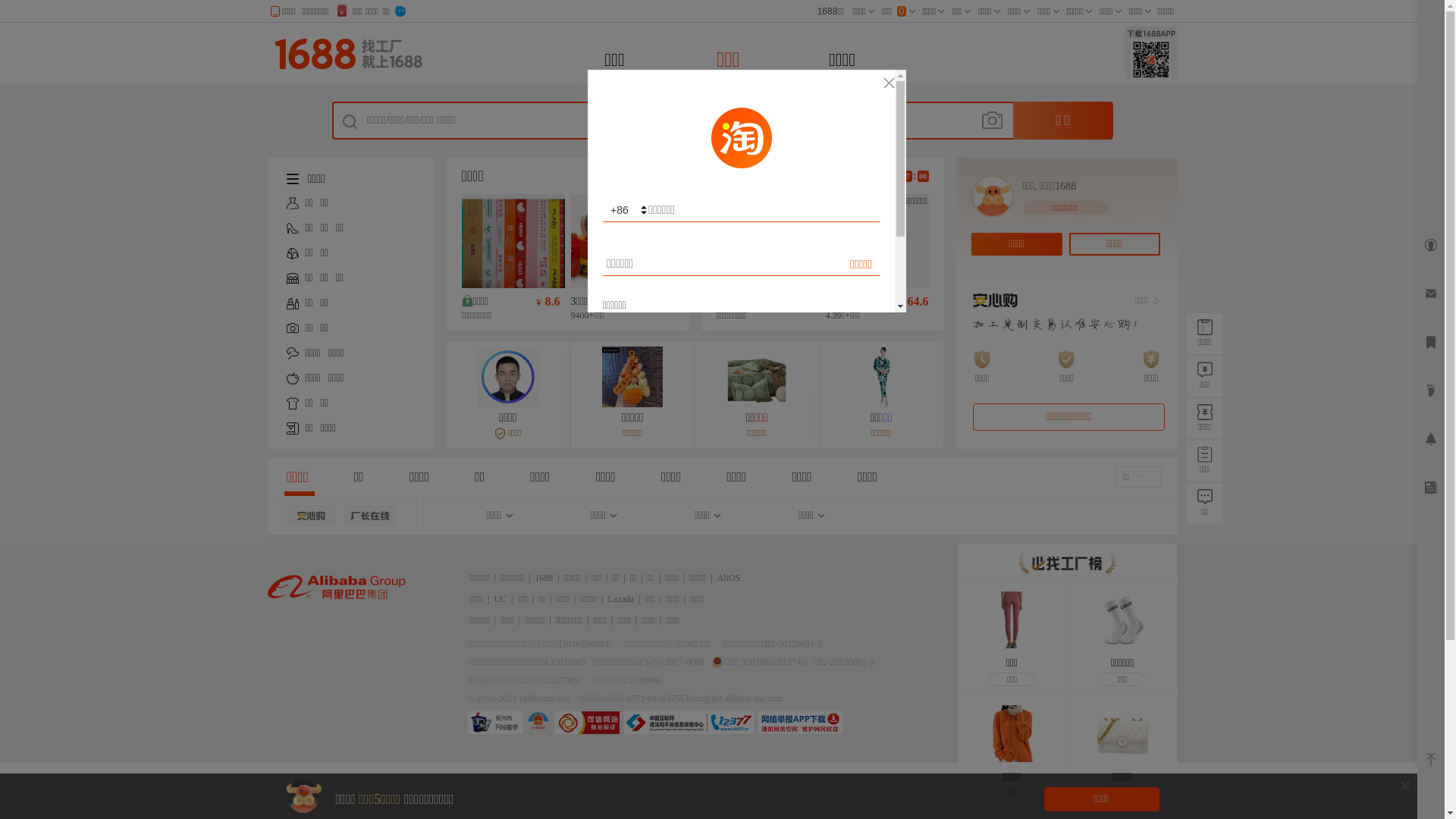 Image resolution: width=1456 pixels, height=819 pixels. What do you see at coordinates (716, 578) in the screenshot?
I see `'AliOS'` at bounding box center [716, 578].